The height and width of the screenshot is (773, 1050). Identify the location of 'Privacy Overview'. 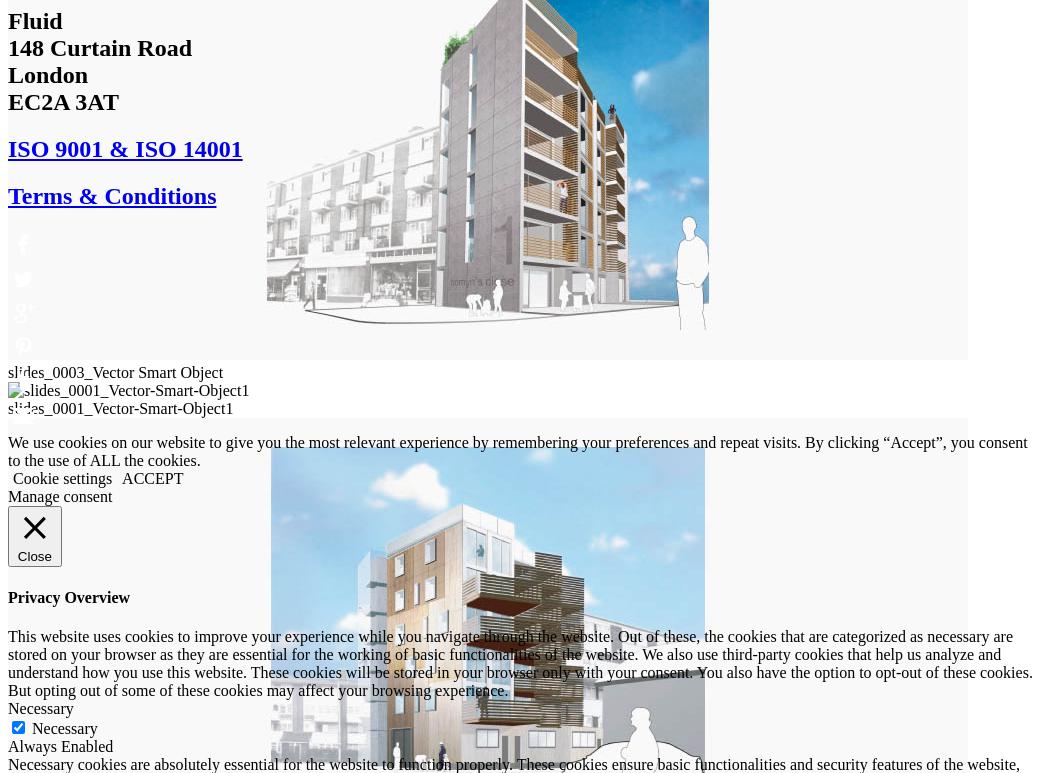
(7, 596).